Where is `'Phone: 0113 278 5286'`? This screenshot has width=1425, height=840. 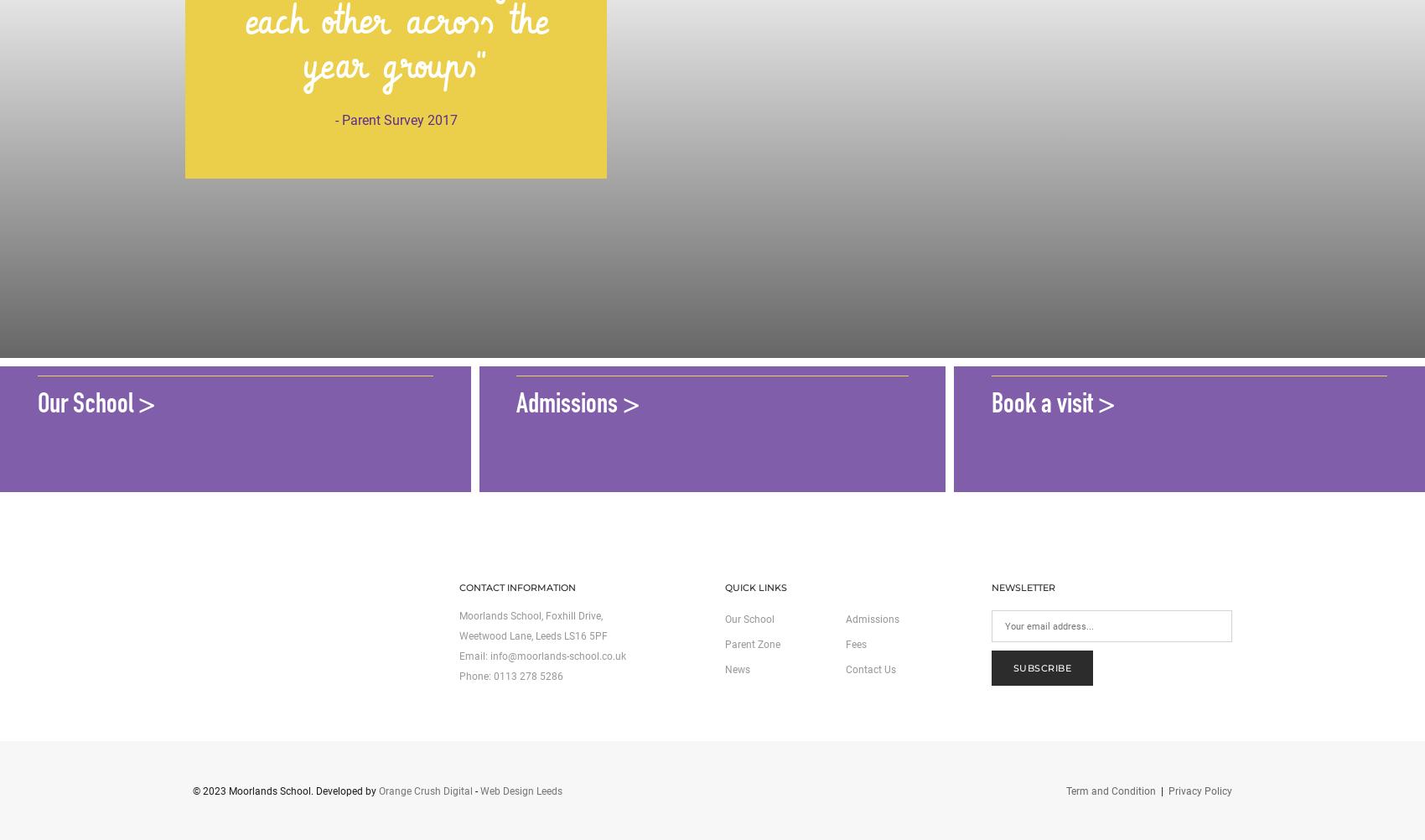 'Phone: 0113 278 5286' is located at coordinates (509, 676).